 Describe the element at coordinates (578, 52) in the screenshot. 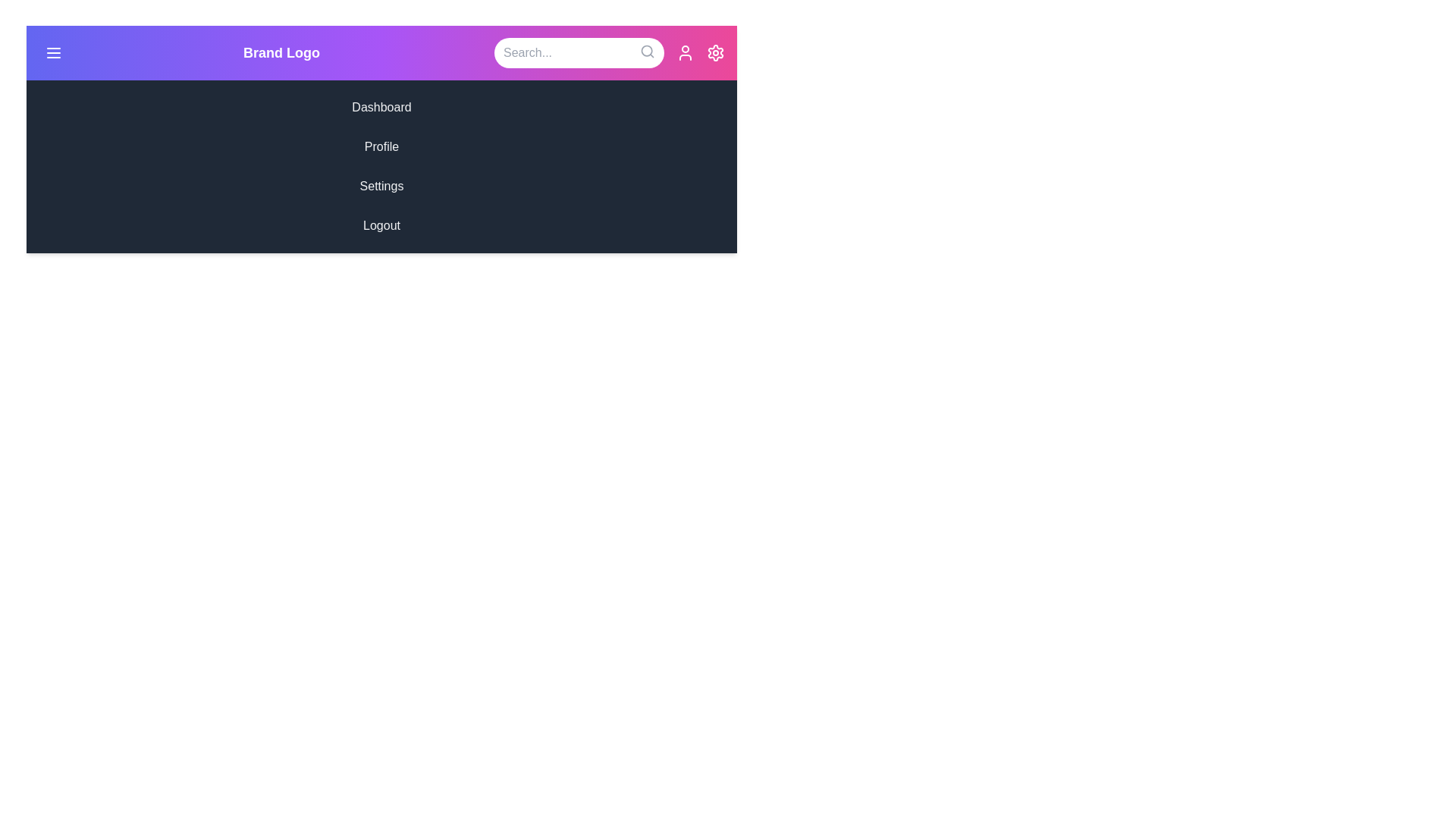

I see `the search input field to focus it` at that location.